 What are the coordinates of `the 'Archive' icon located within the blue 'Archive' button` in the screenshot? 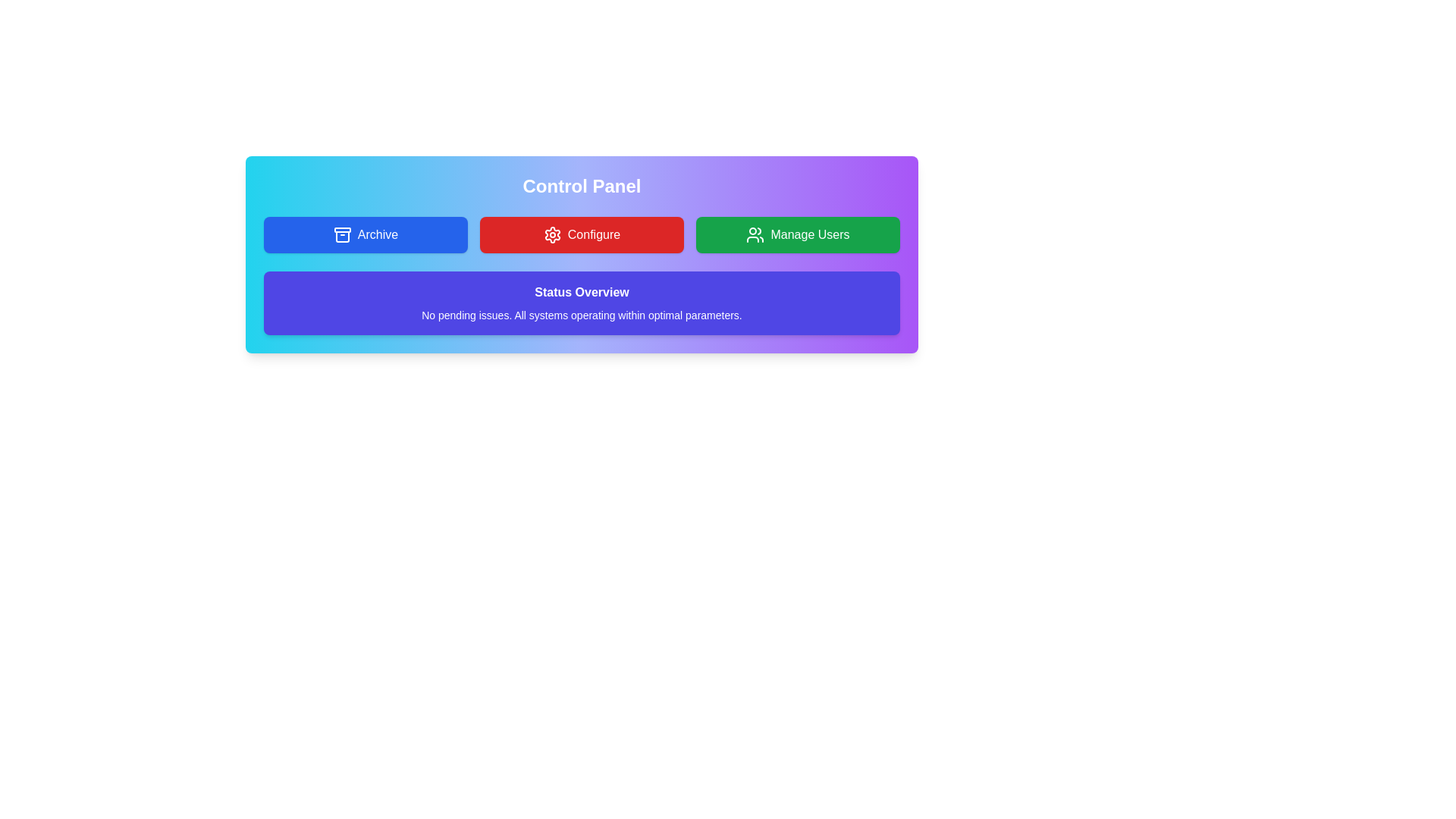 It's located at (341, 234).